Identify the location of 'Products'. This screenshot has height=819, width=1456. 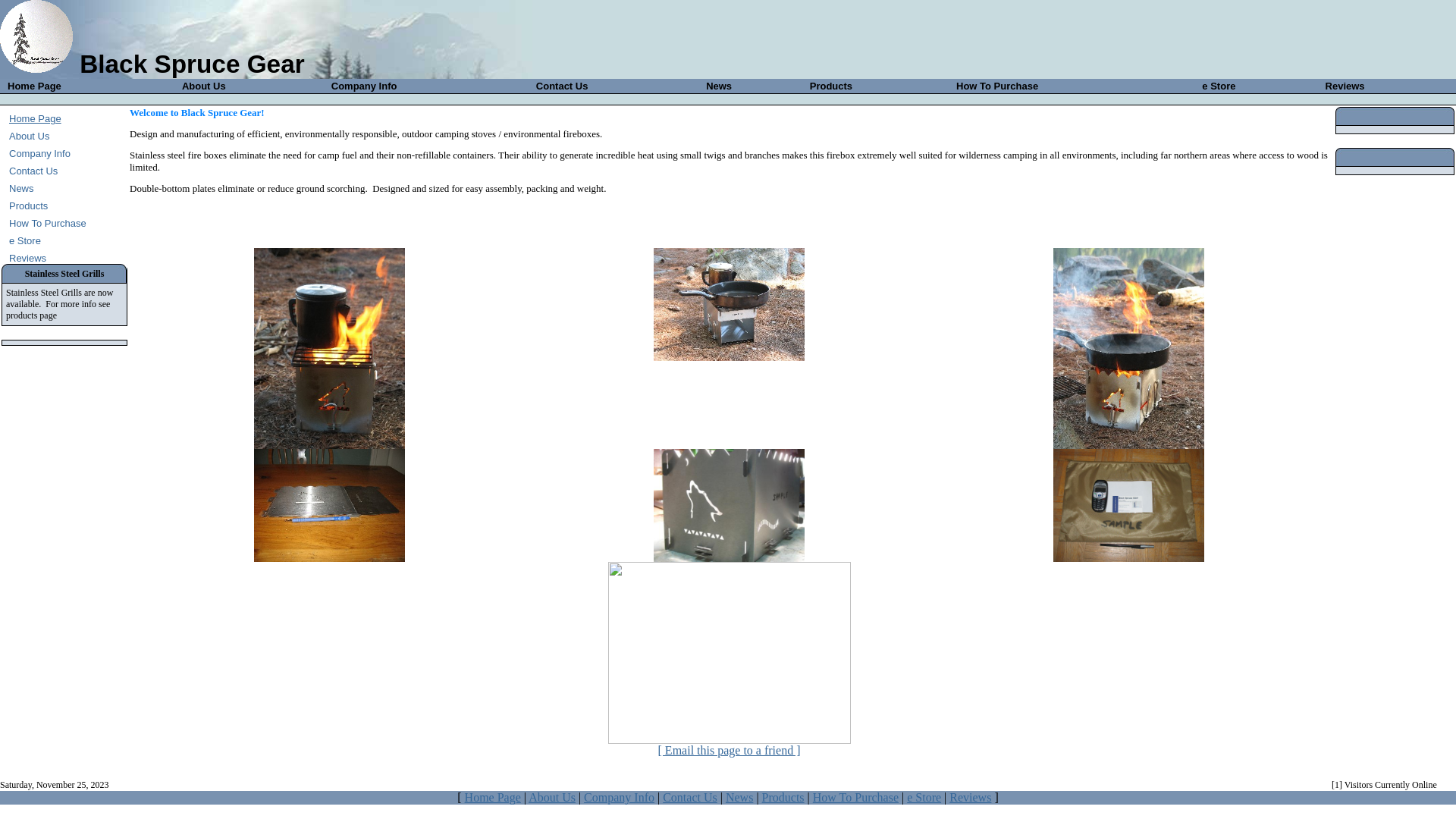
(28, 206).